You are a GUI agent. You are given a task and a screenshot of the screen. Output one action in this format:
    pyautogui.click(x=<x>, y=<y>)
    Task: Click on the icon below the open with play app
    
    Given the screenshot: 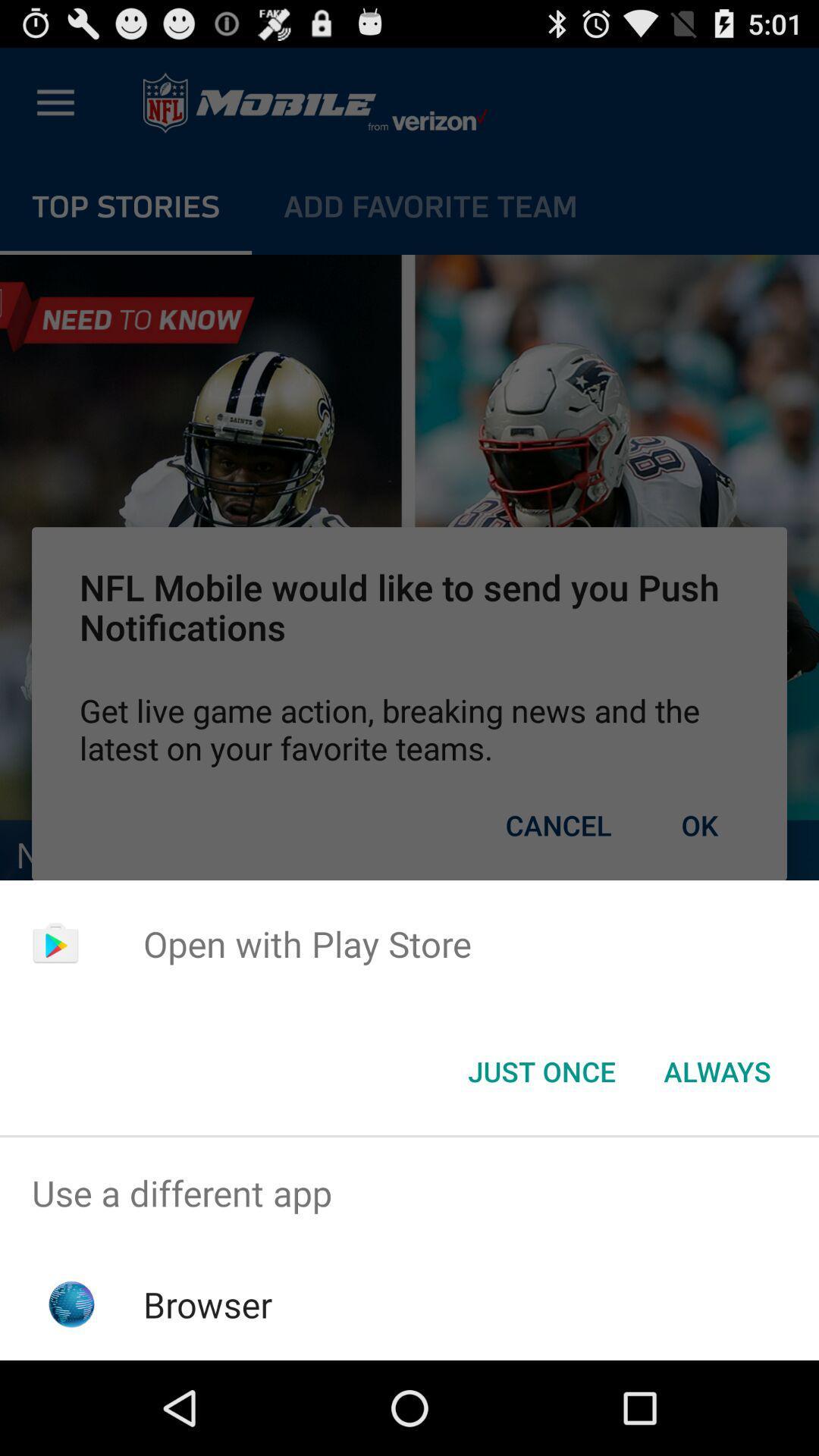 What is the action you would take?
    pyautogui.click(x=717, y=1070)
    